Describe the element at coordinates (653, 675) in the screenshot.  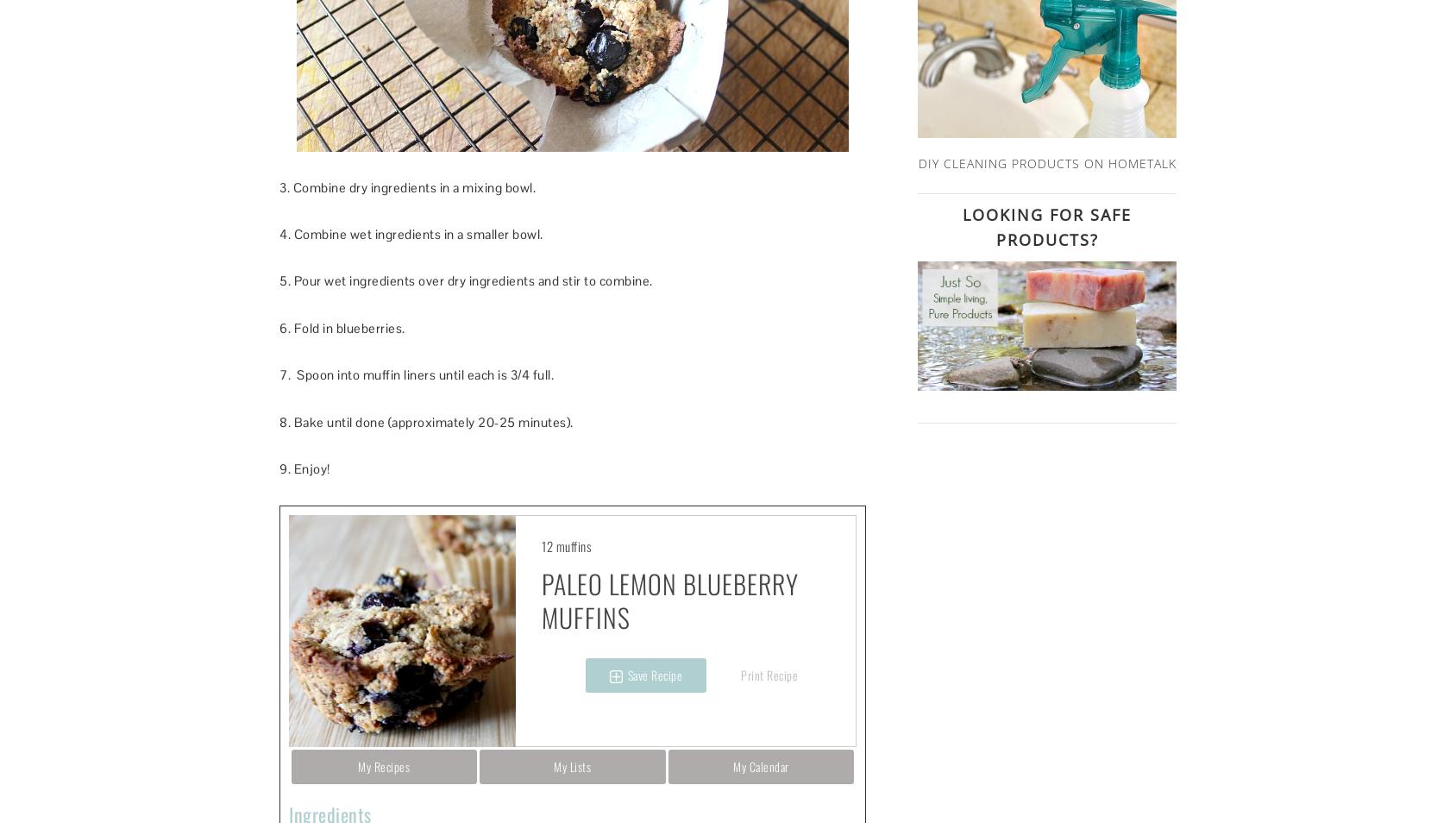
I see `'Save Recipe'` at that location.